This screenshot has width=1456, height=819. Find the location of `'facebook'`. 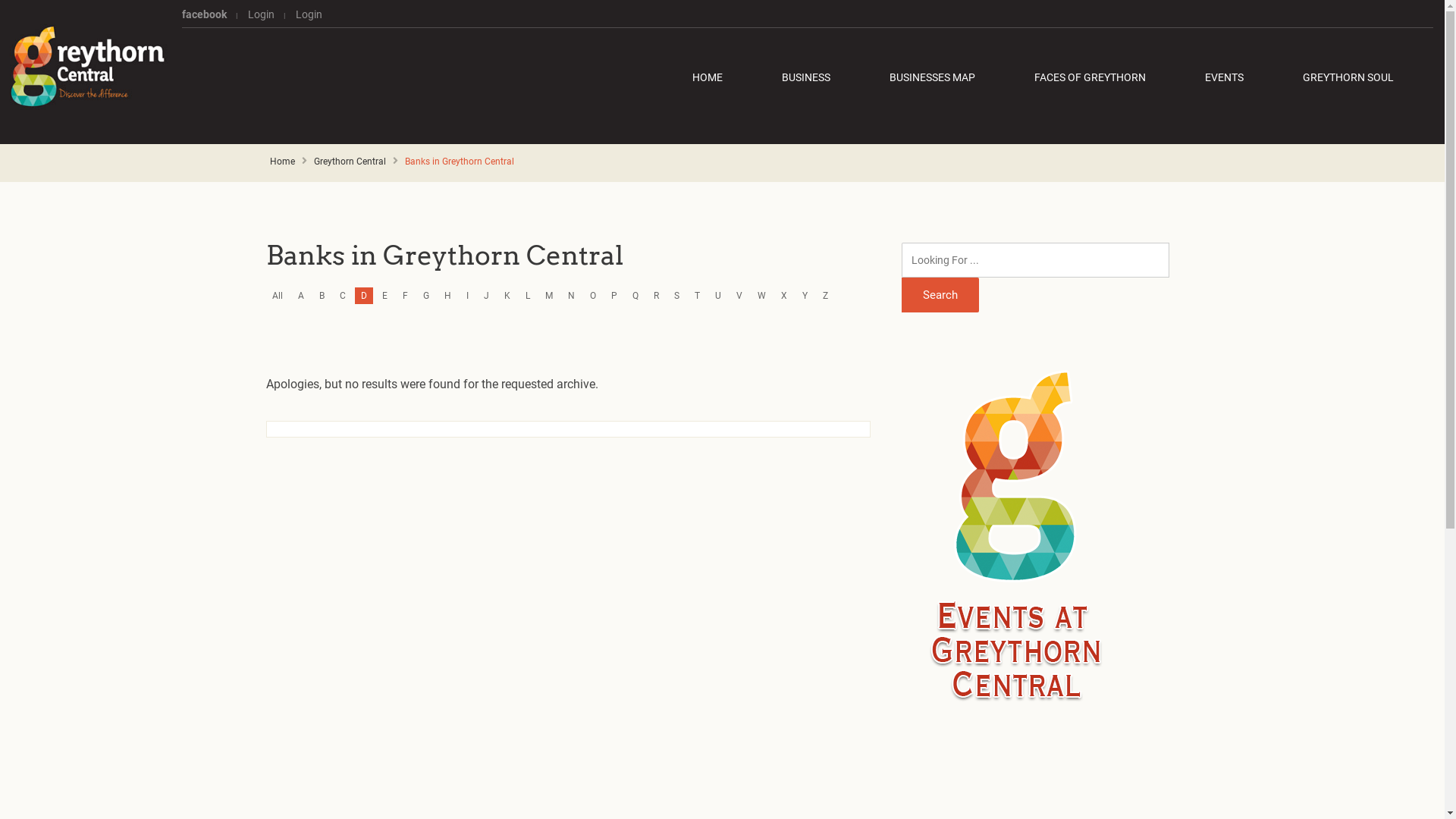

'facebook' is located at coordinates (208, 14).